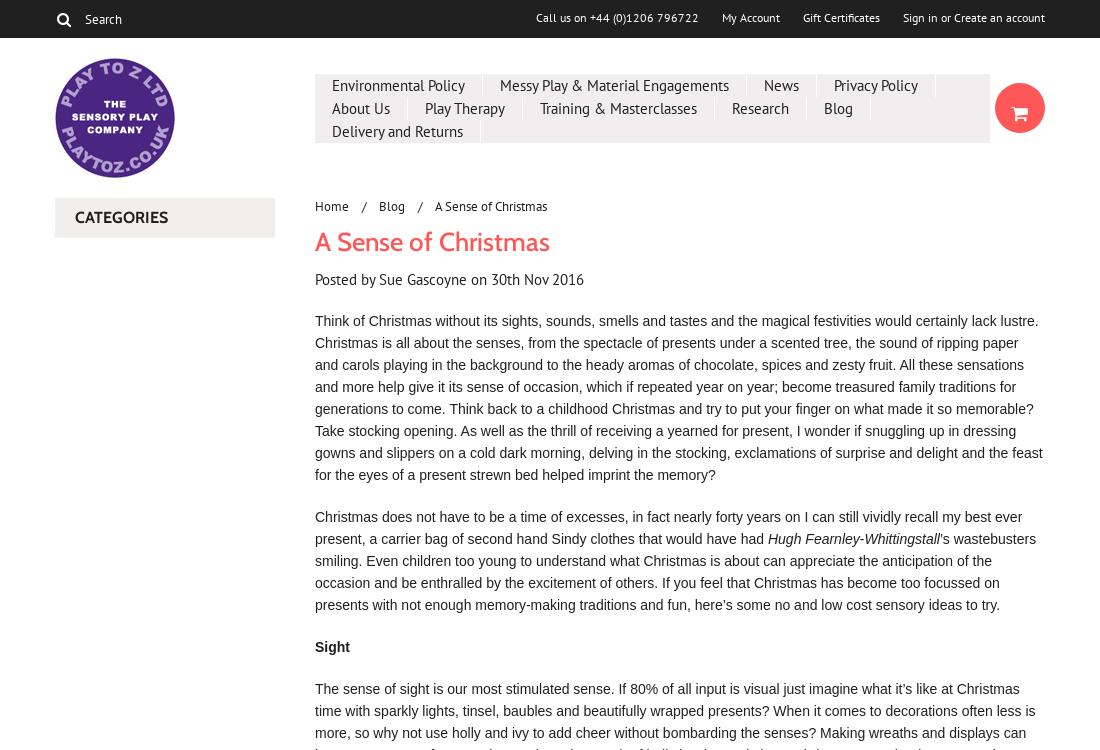  I want to click on 'Delivery and Returns', so click(397, 130).